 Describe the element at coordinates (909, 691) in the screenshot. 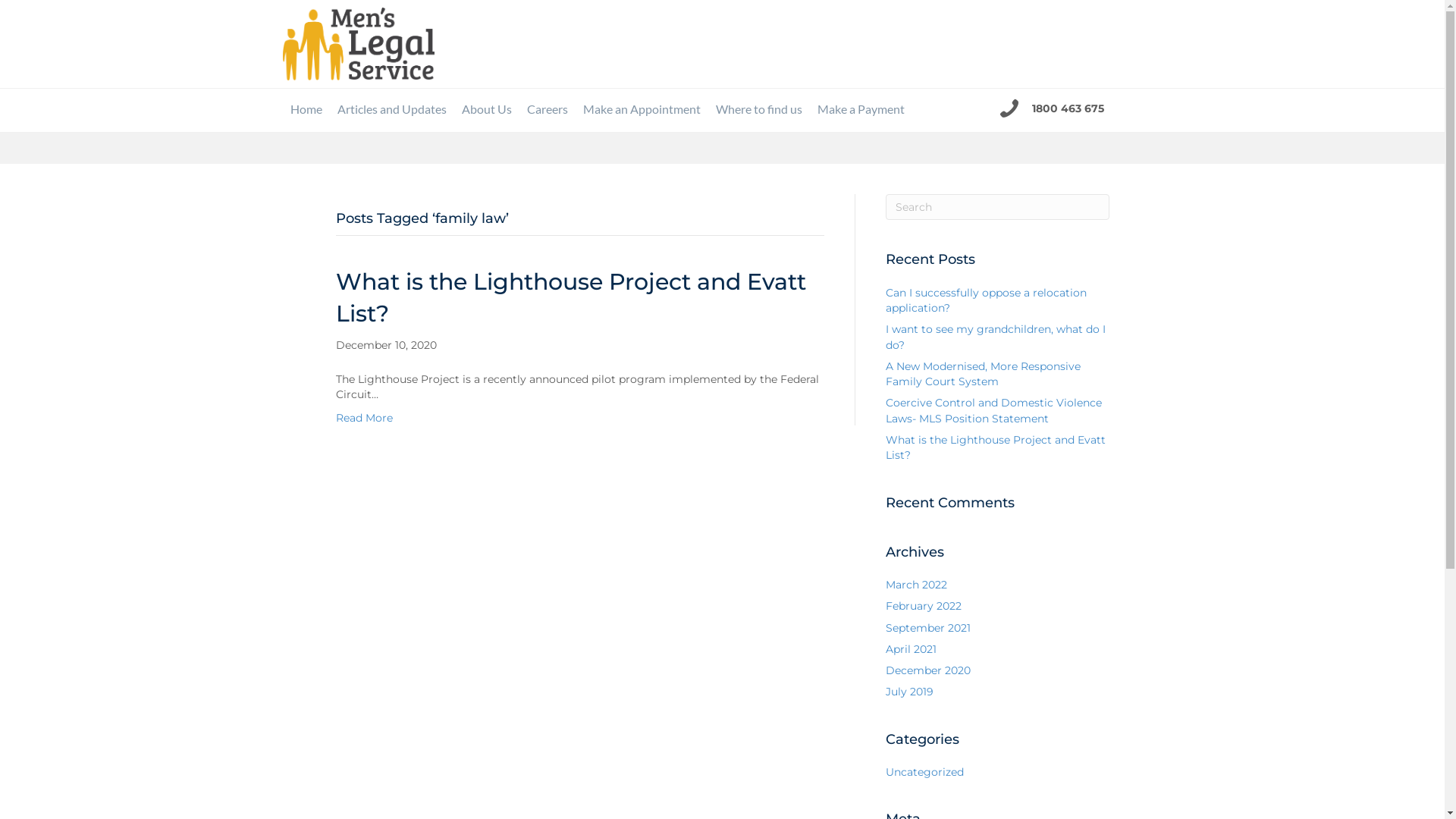

I see `'July 2019'` at that location.